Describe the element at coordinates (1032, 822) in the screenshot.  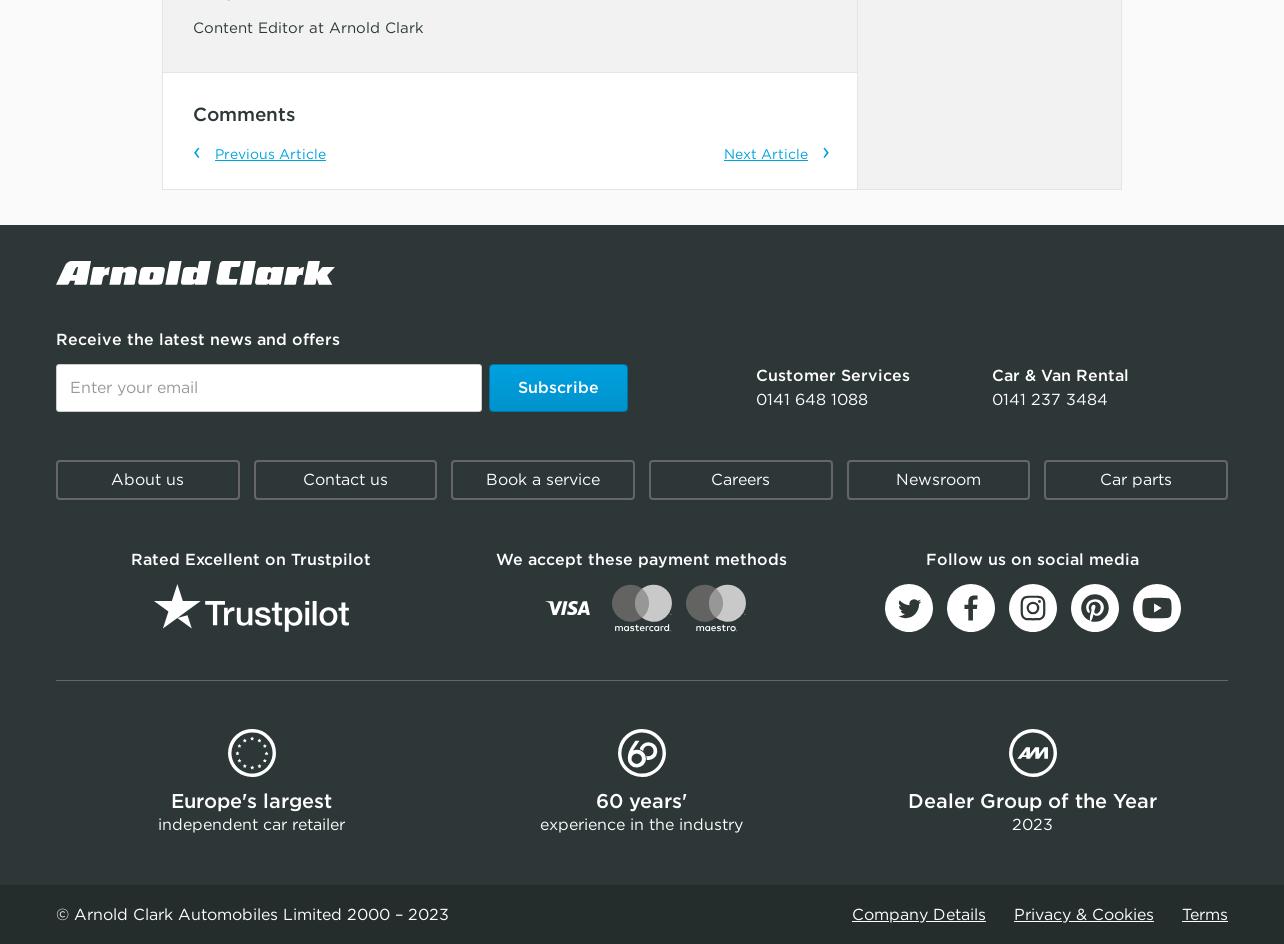
I see `'2023'` at that location.